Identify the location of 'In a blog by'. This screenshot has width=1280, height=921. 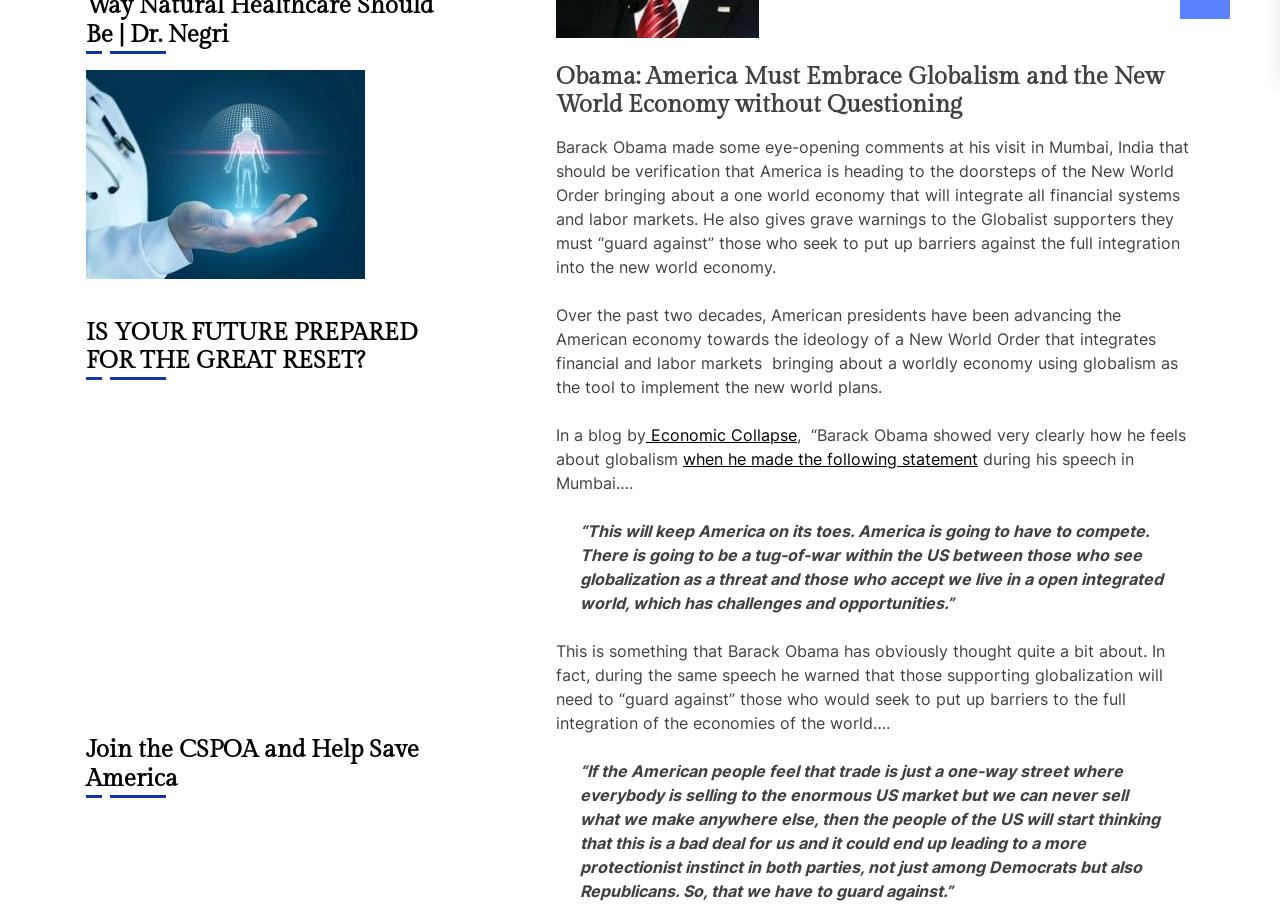
(599, 434).